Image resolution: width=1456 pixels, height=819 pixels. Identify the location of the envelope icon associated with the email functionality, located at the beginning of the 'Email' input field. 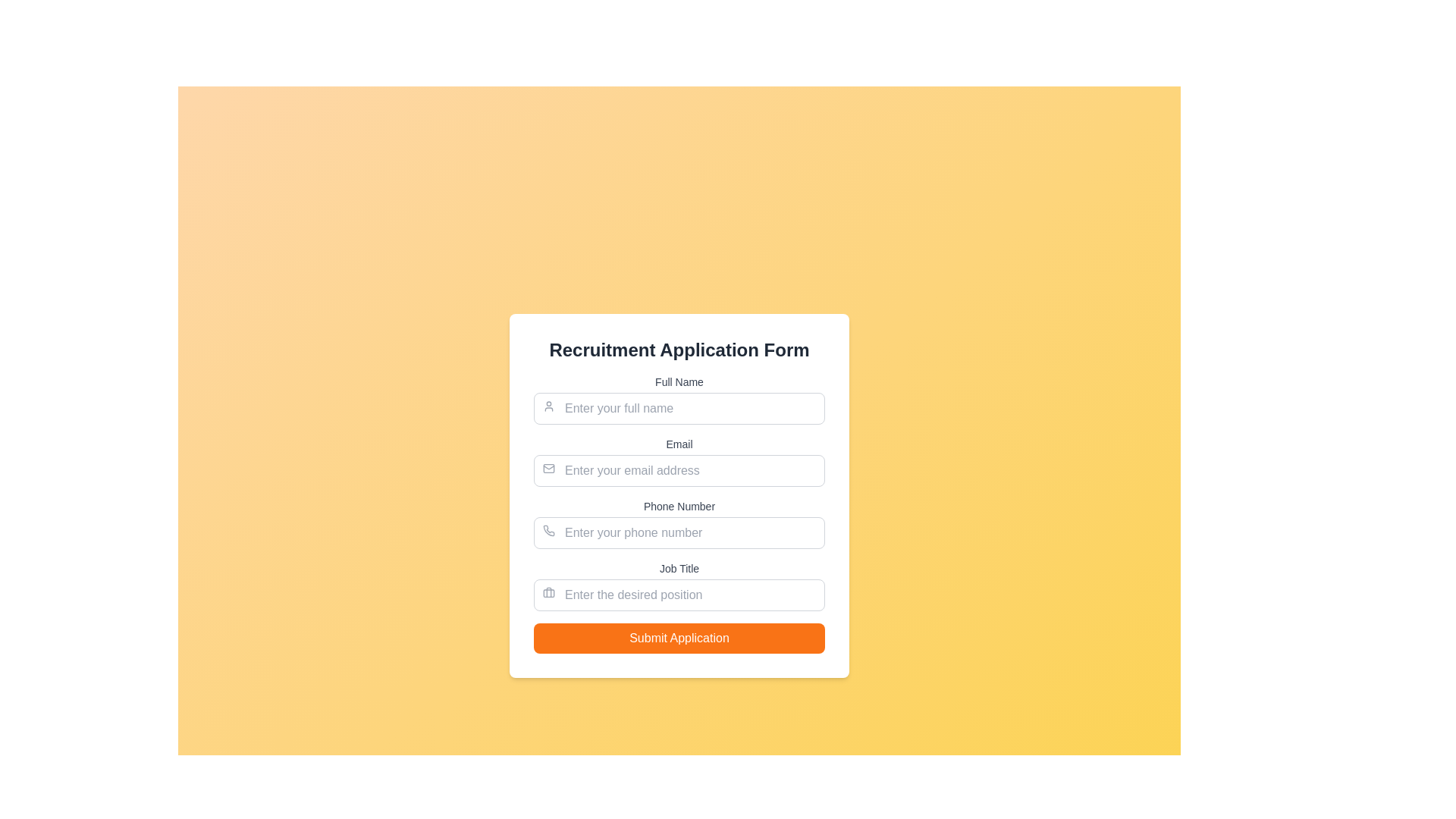
(548, 467).